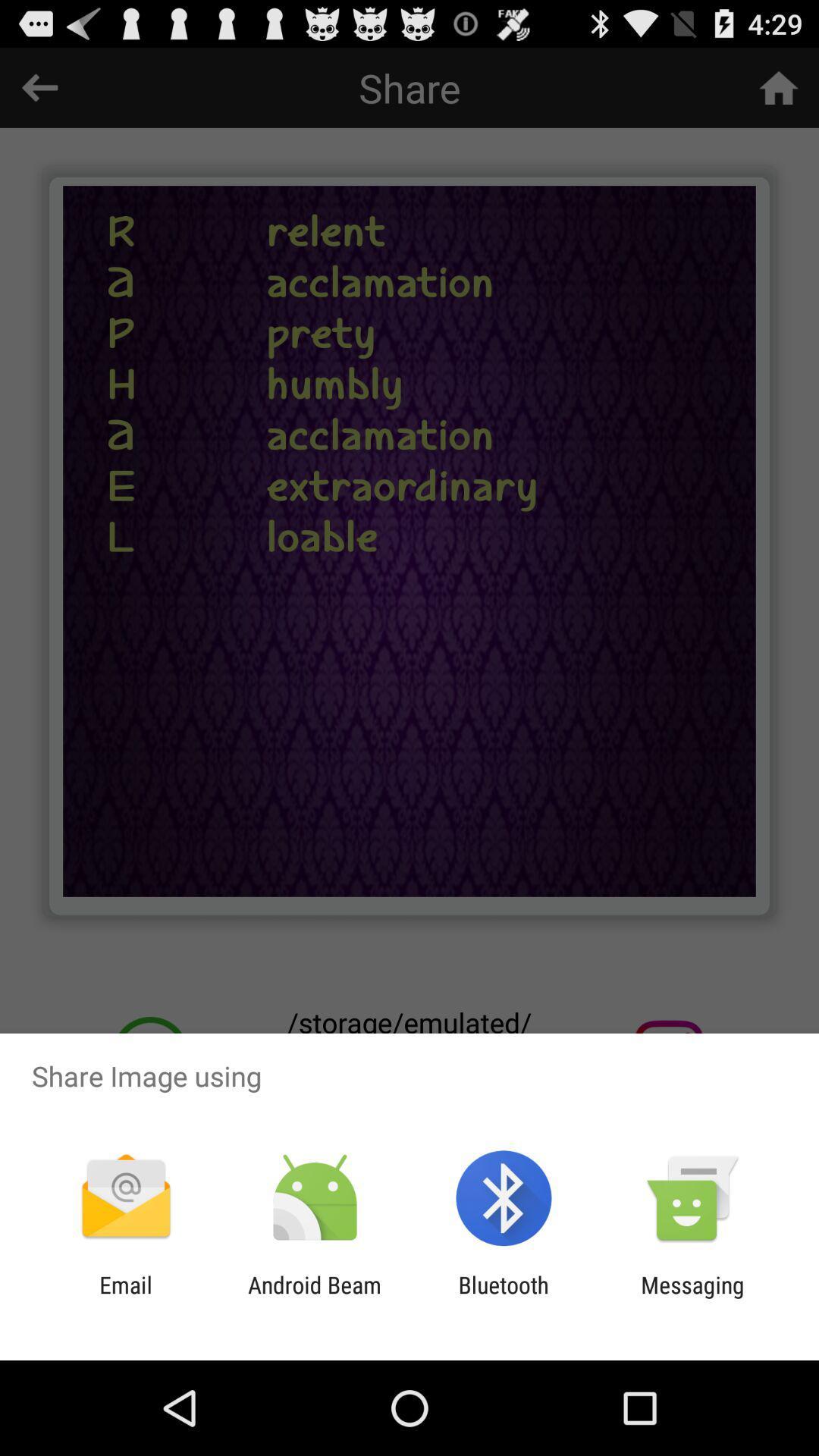  Describe the element at coordinates (125, 1298) in the screenshot. I see `email app` at that location.